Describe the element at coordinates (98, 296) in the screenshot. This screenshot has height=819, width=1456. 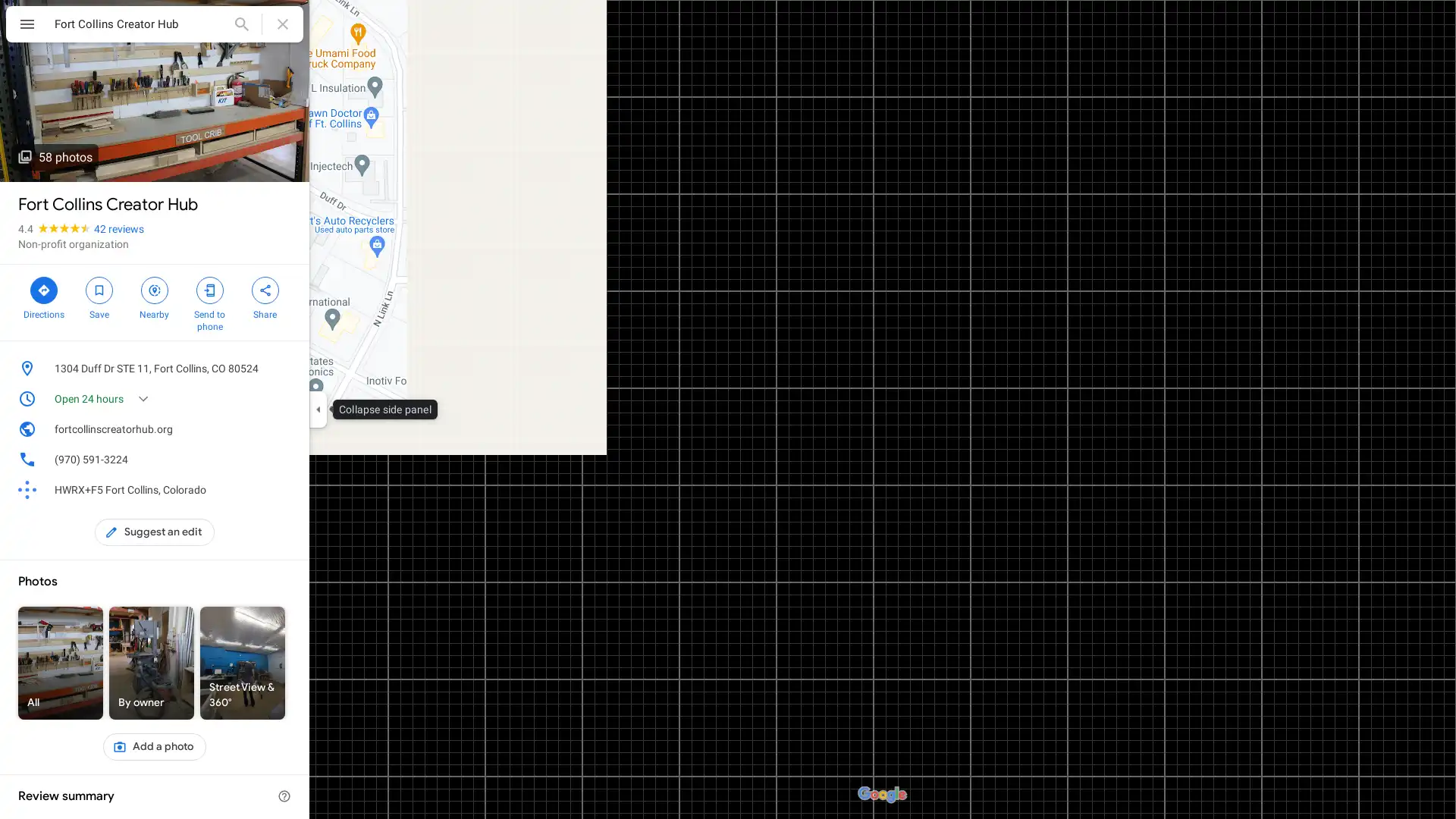
I see `Save Fort Collins Creator Hub in your lists` at that location.